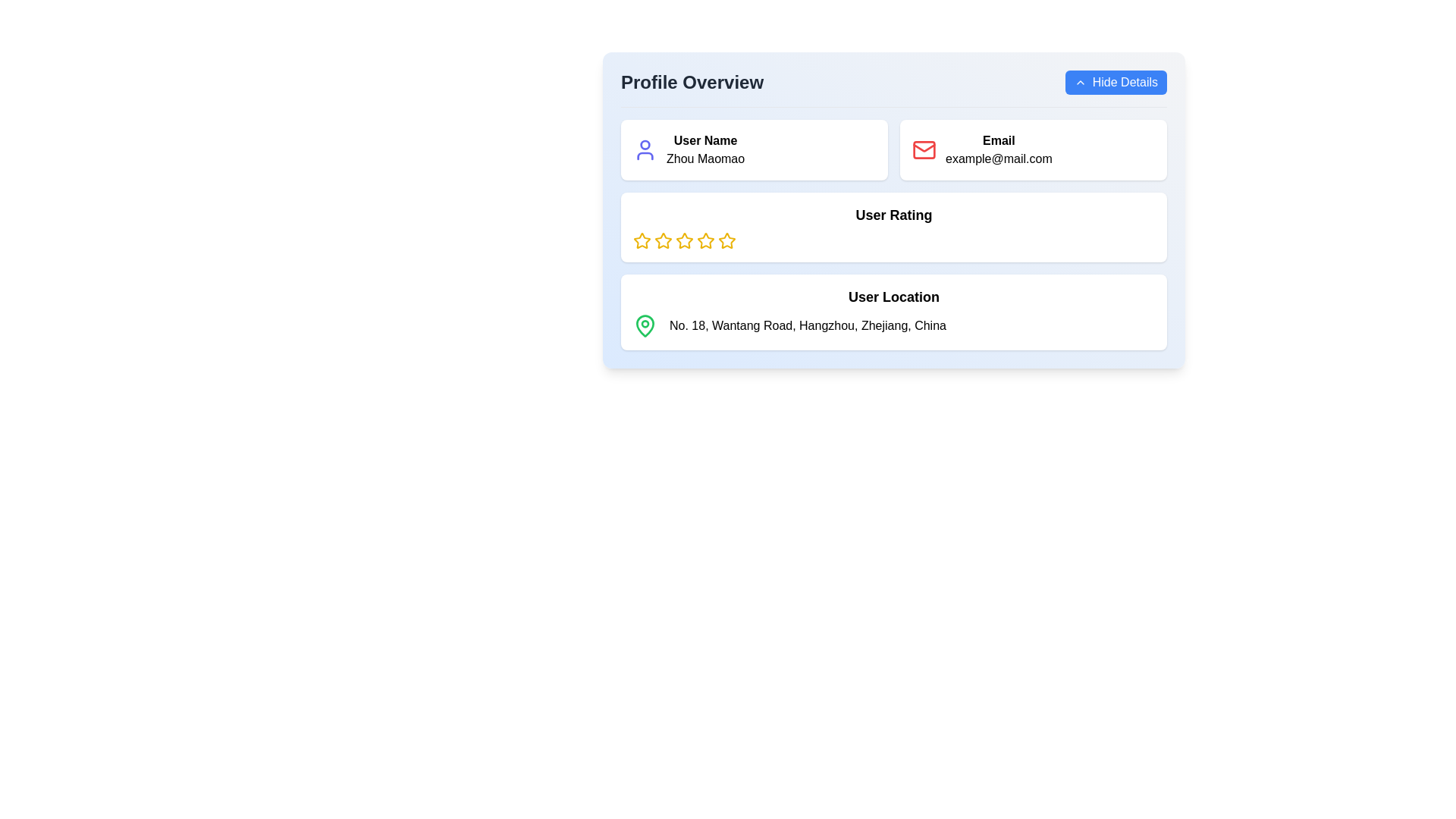 The height and width of the screenshot is (819, 1456). Describe the element at coordinates (645, 155) in the screenshot. I see `the lower curved part of the user icon located in the profile section above the 'User Name' field and next to the email icon` at that location.